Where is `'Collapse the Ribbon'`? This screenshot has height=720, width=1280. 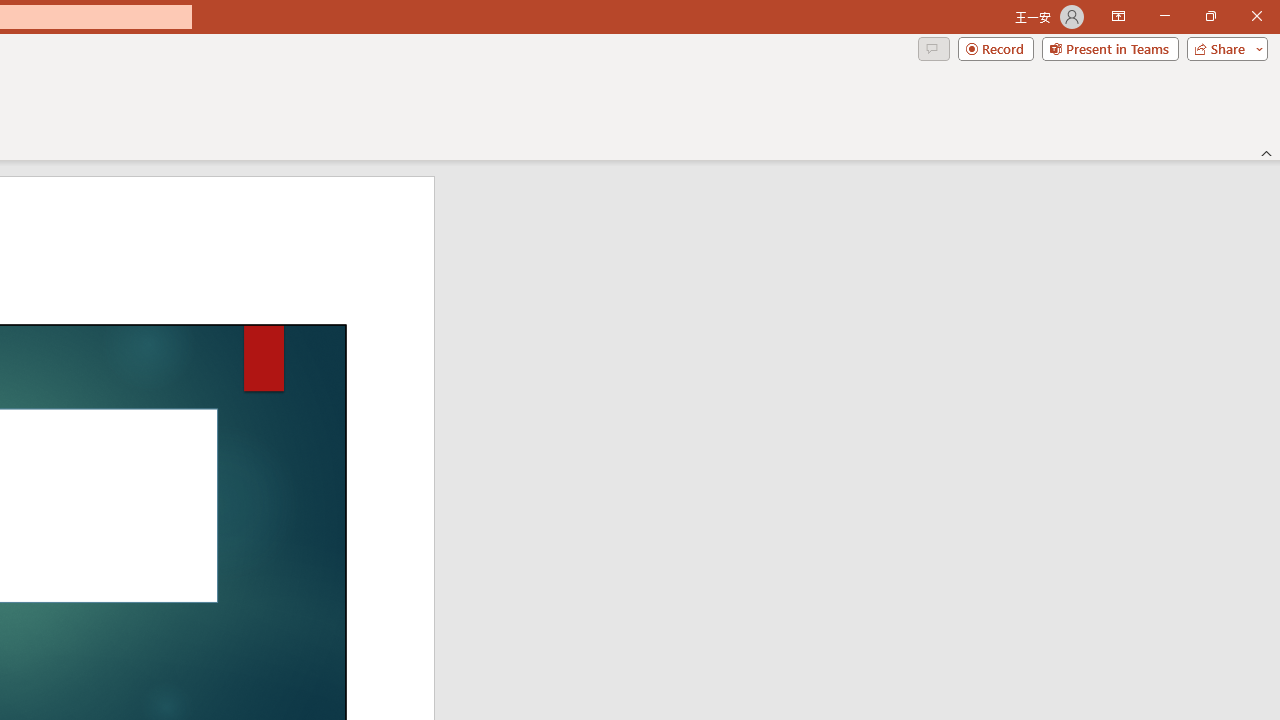
'Collapse the Ribbon' is located at coordinates (1266, 152).